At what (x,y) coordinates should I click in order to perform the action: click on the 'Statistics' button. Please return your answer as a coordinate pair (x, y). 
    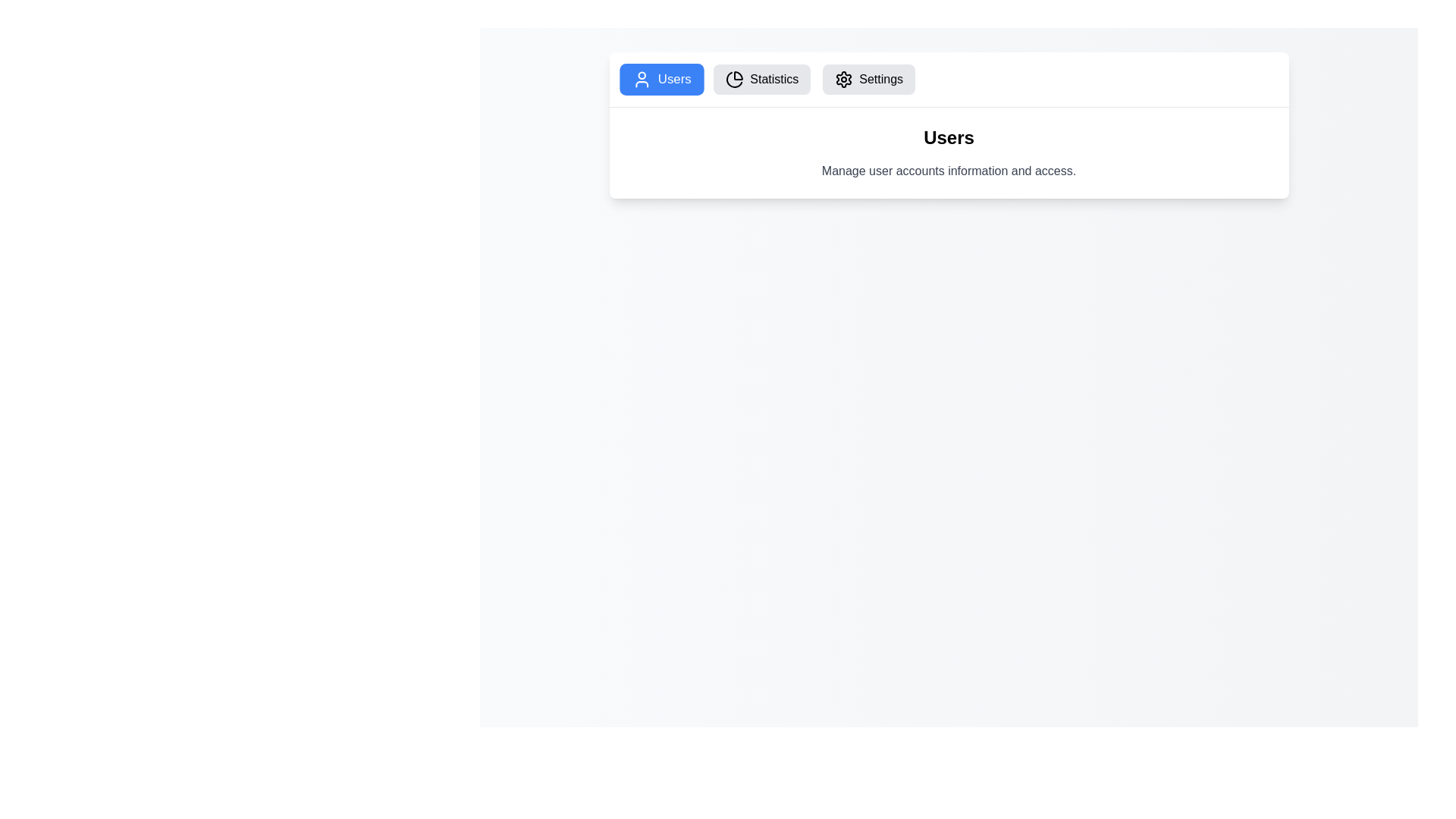
    Looking at the image, I should click on (762, 79).